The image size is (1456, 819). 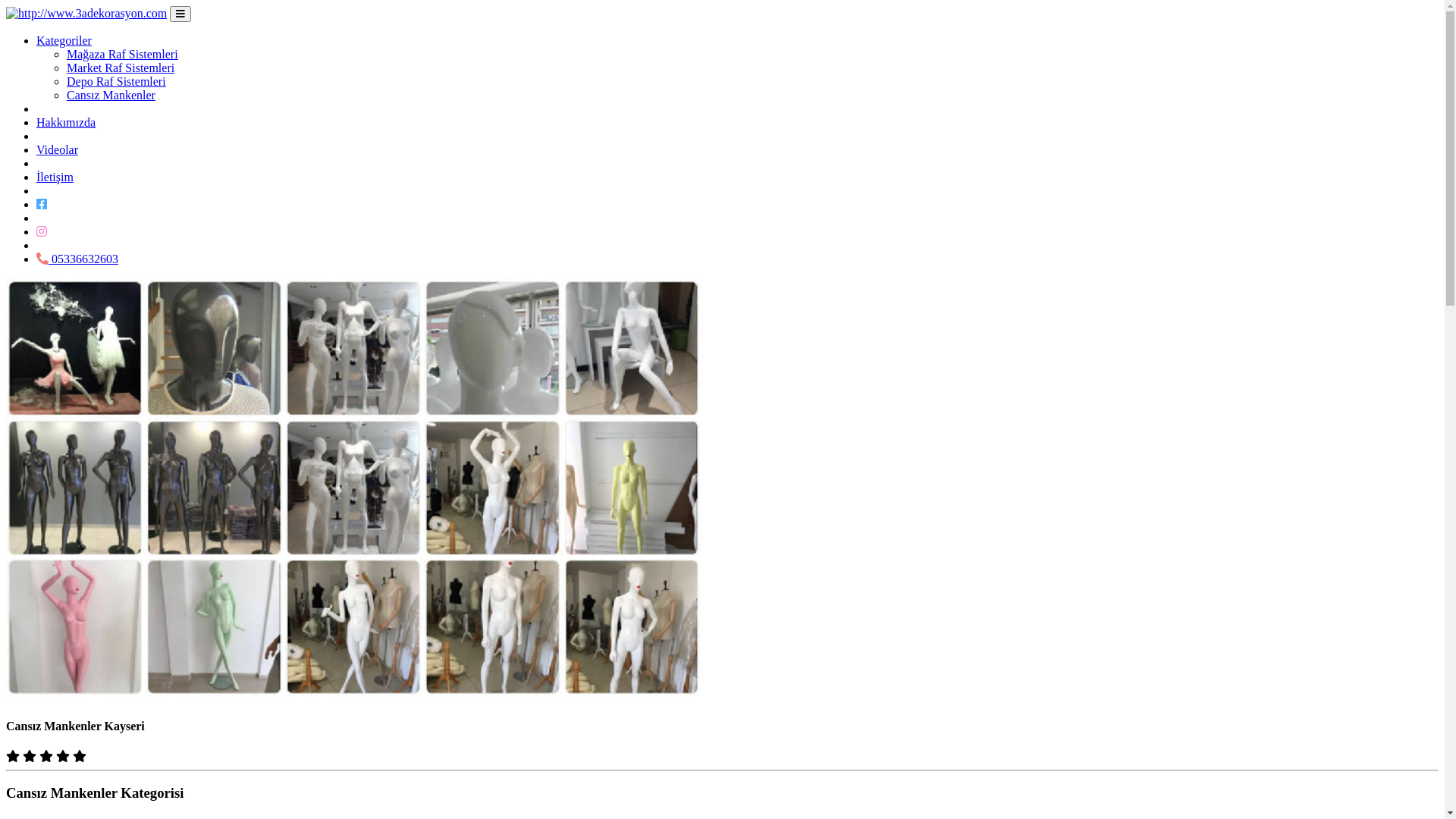 I want to click on 'cansiz-mankenler-kayseri', so click(x=353, y=489).